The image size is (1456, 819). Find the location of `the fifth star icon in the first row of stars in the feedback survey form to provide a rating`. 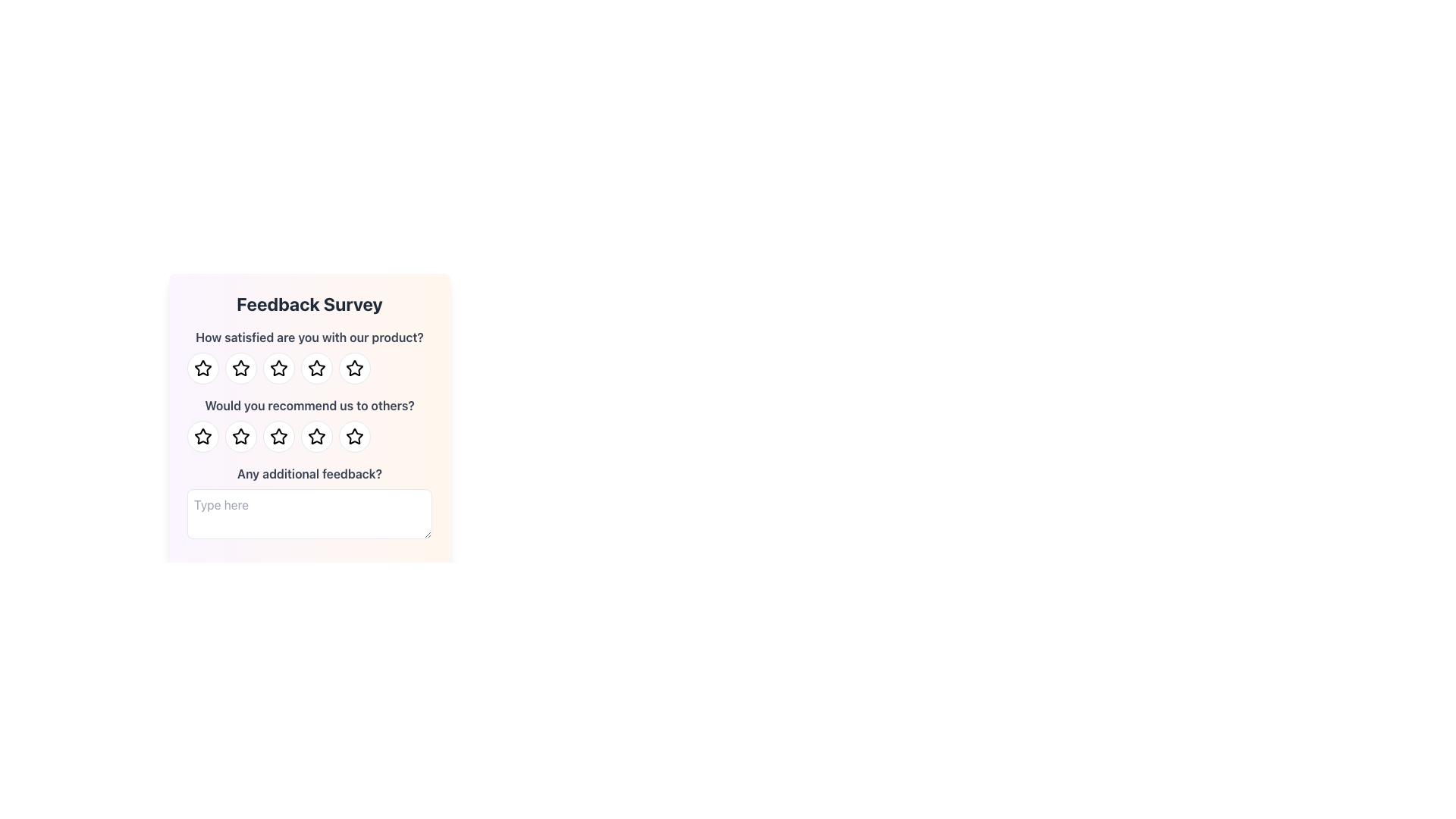

the fifth star icon in the first row of stars in the feedback survey form to provide a rating is located at coordinates (353, 368).